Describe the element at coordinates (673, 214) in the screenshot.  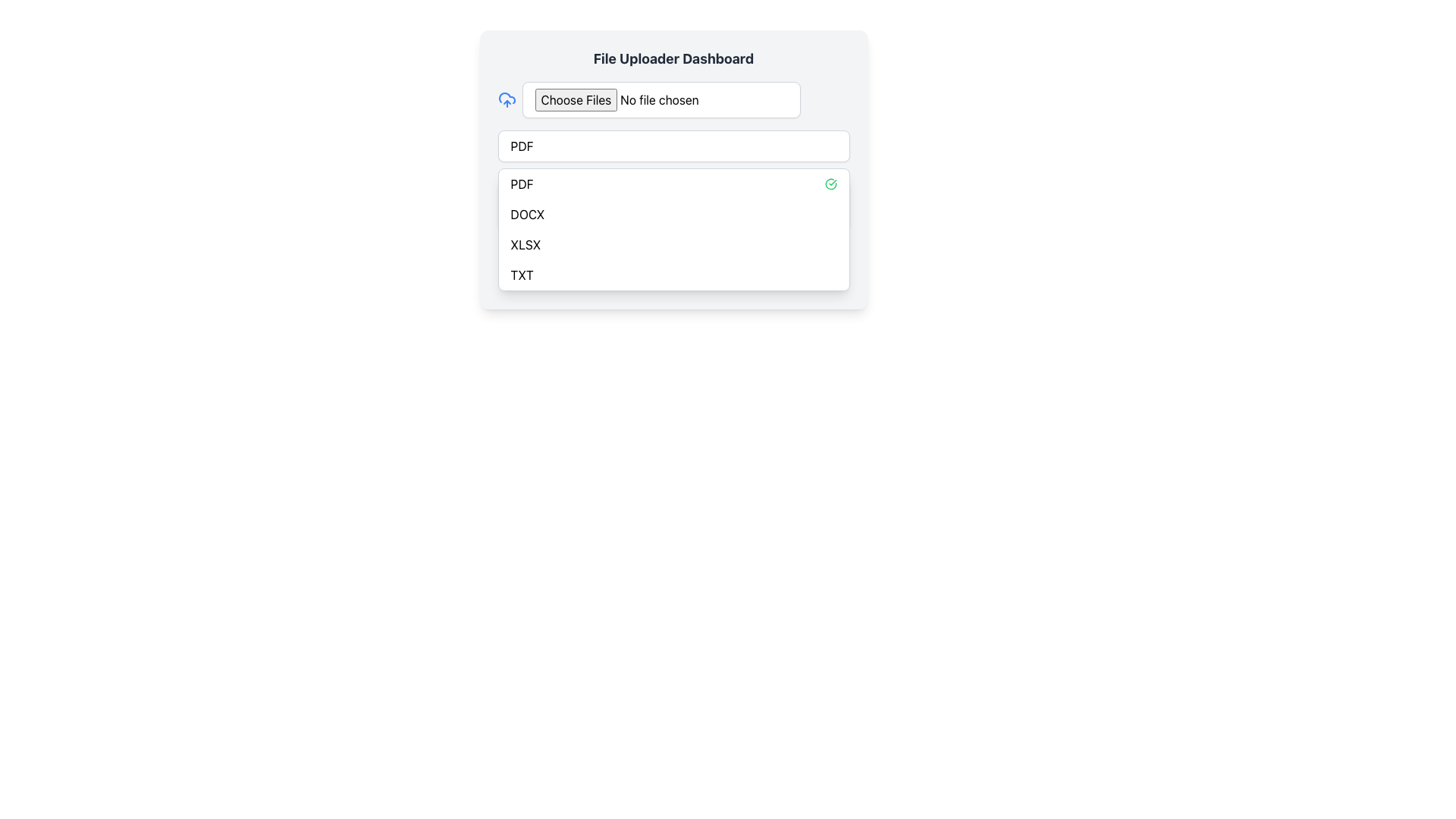
I see `the second option 'DOCX' in the dropdown menu containing four items: 'PDF', 'DOCX', 'XLSX', and 'TXT'` at that location.